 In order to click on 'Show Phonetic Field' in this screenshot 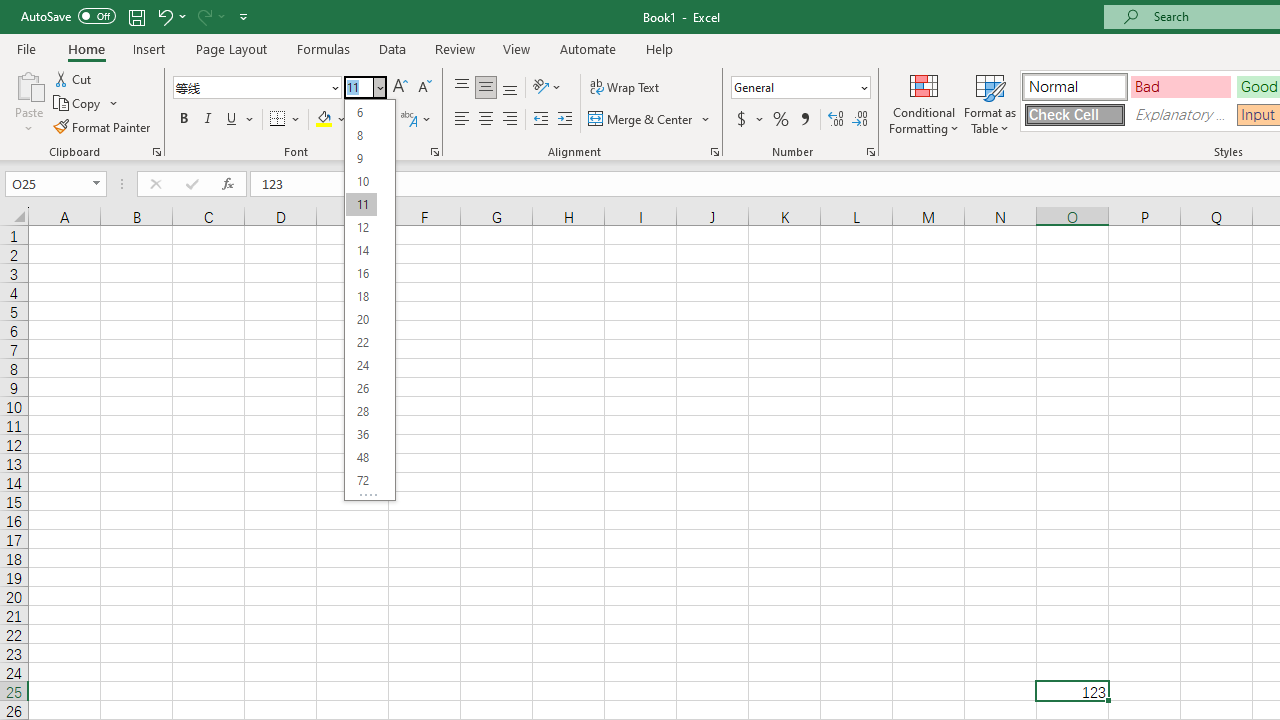, I will do `click(407, 119)`.